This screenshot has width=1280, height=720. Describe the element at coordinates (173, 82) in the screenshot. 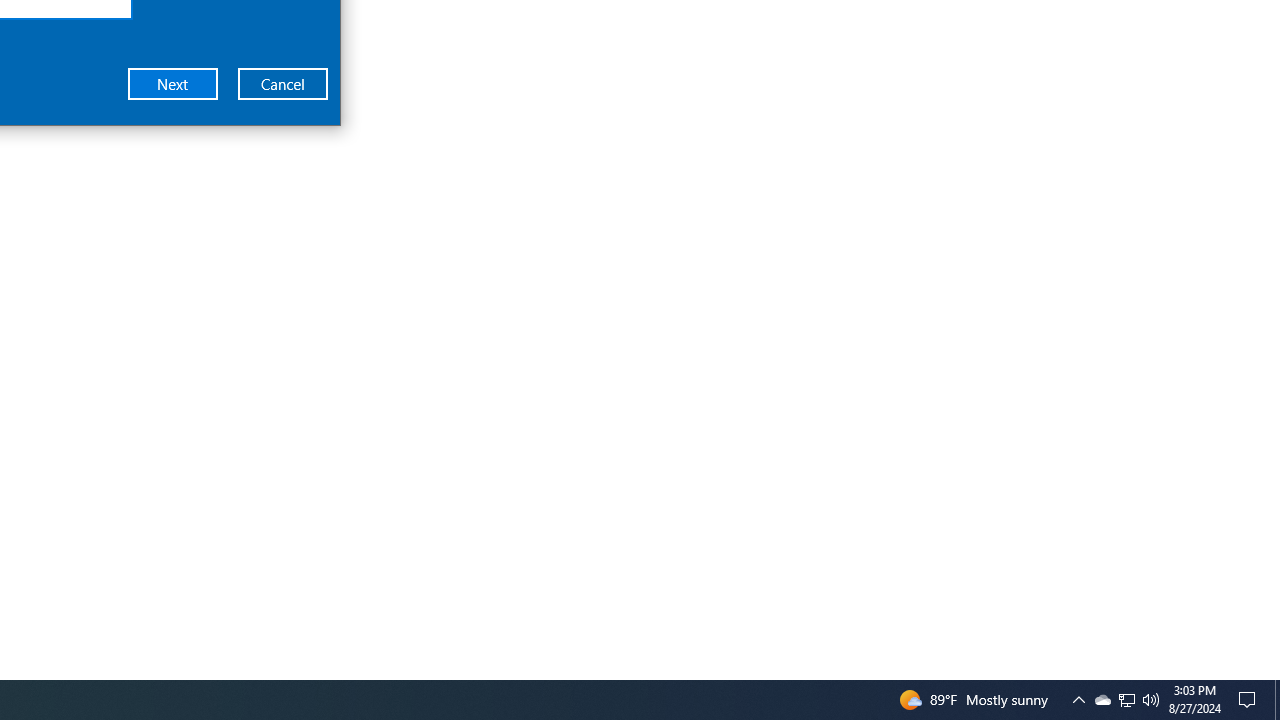

I see `'Next'` at that location.